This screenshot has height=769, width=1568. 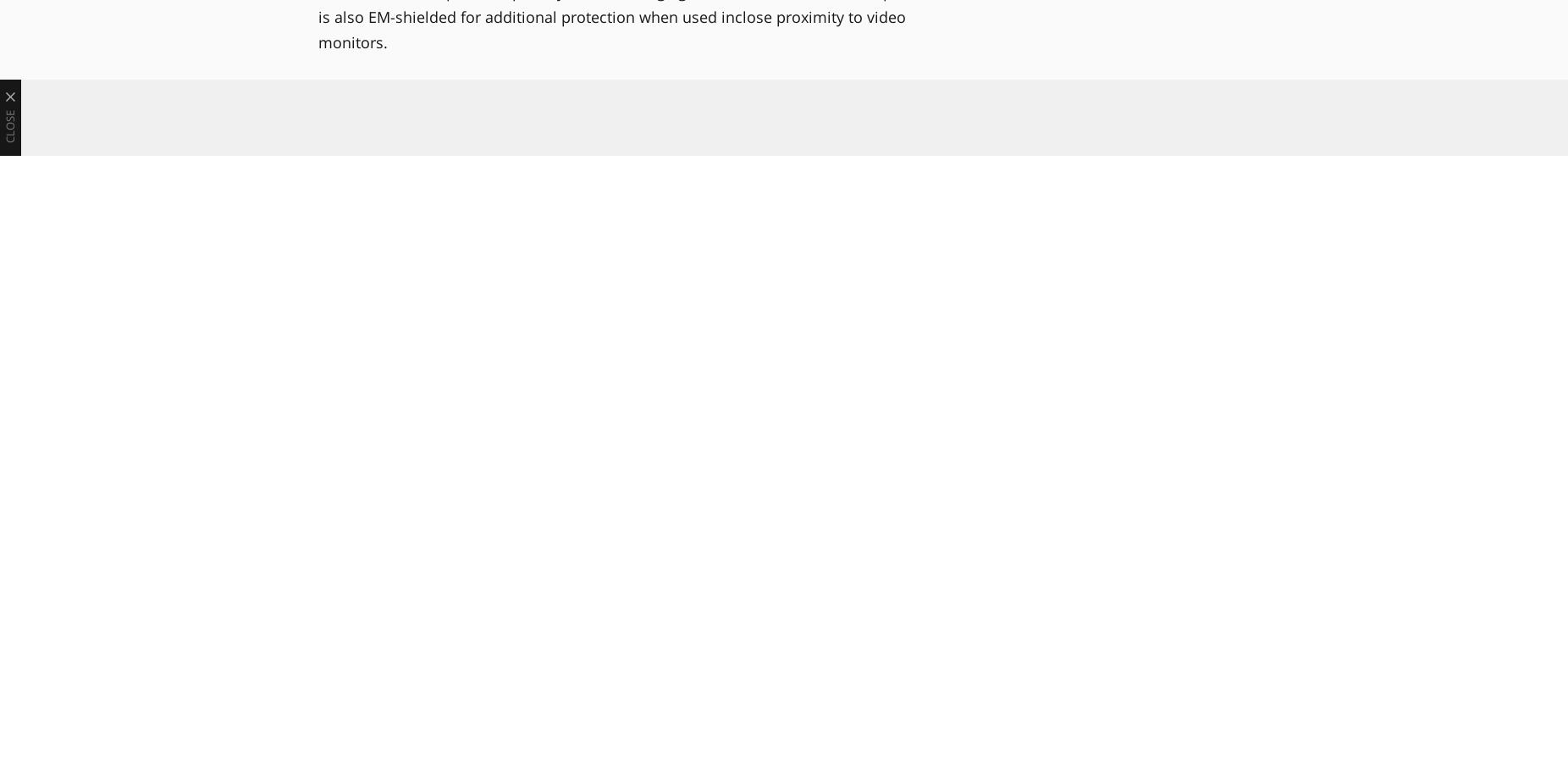 What do you see at coordinates (798, 716) in the screenshot?
I see `'Genelec To Bow Controller, Monitoring Platform at IBC Show'` at bounding box center [798, 716].